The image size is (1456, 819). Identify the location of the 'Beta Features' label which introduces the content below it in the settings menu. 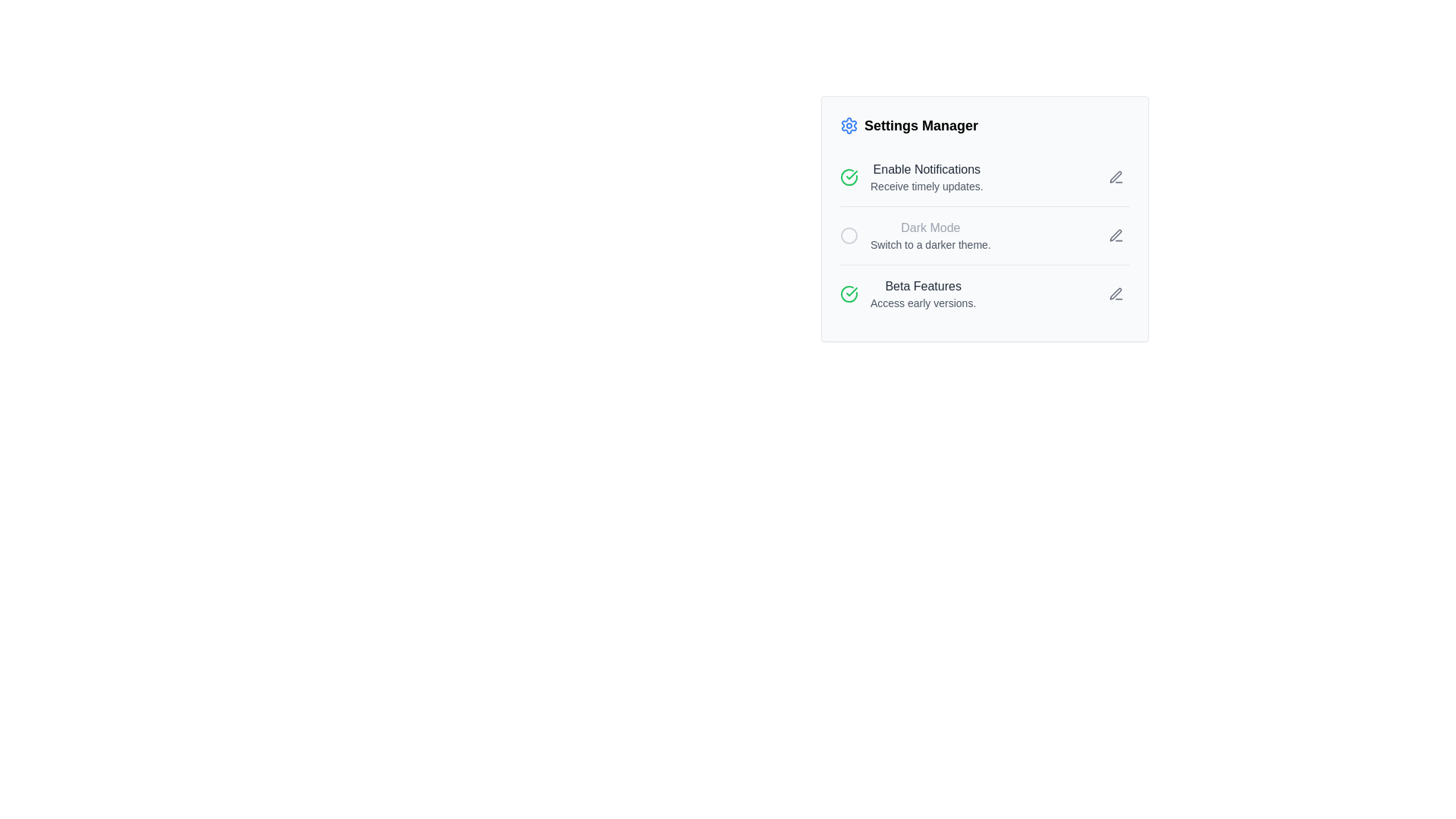
(922, 287).